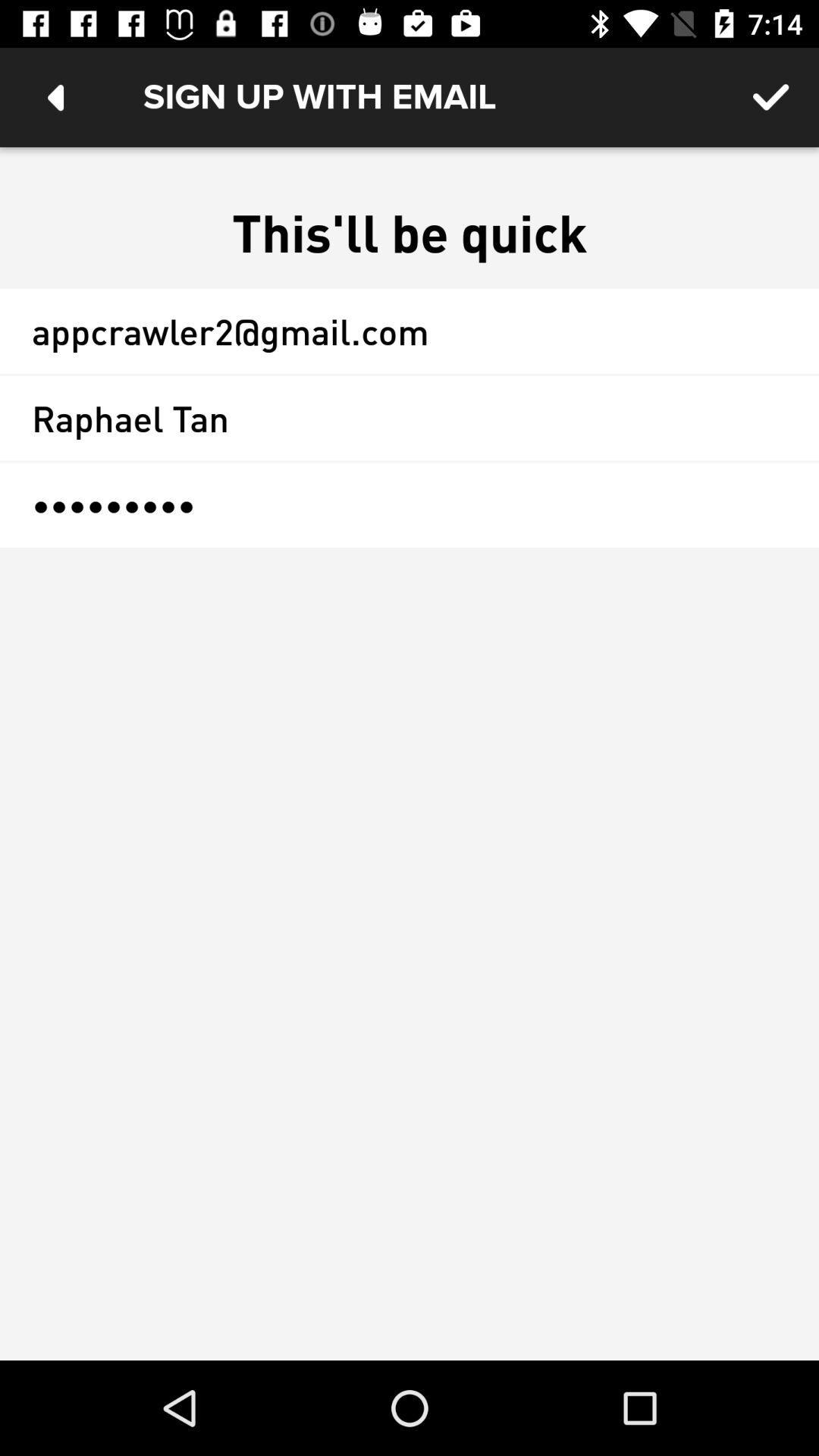  Describe the element at coordinates (409, 418) in the screenshot. I see `the raphael tan item` at that location.